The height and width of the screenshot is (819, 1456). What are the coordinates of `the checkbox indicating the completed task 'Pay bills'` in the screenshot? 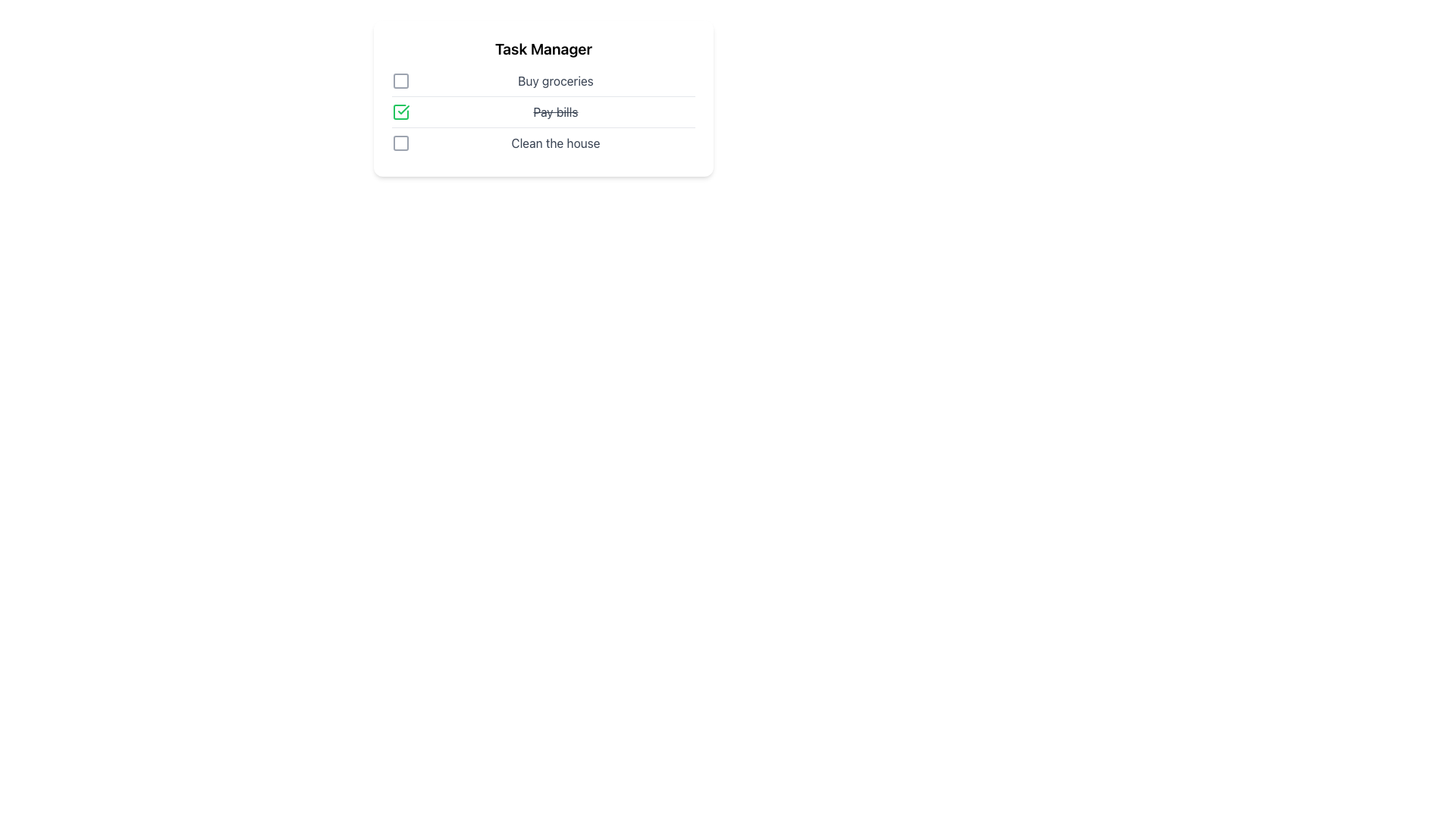 It's located at (400, 111).